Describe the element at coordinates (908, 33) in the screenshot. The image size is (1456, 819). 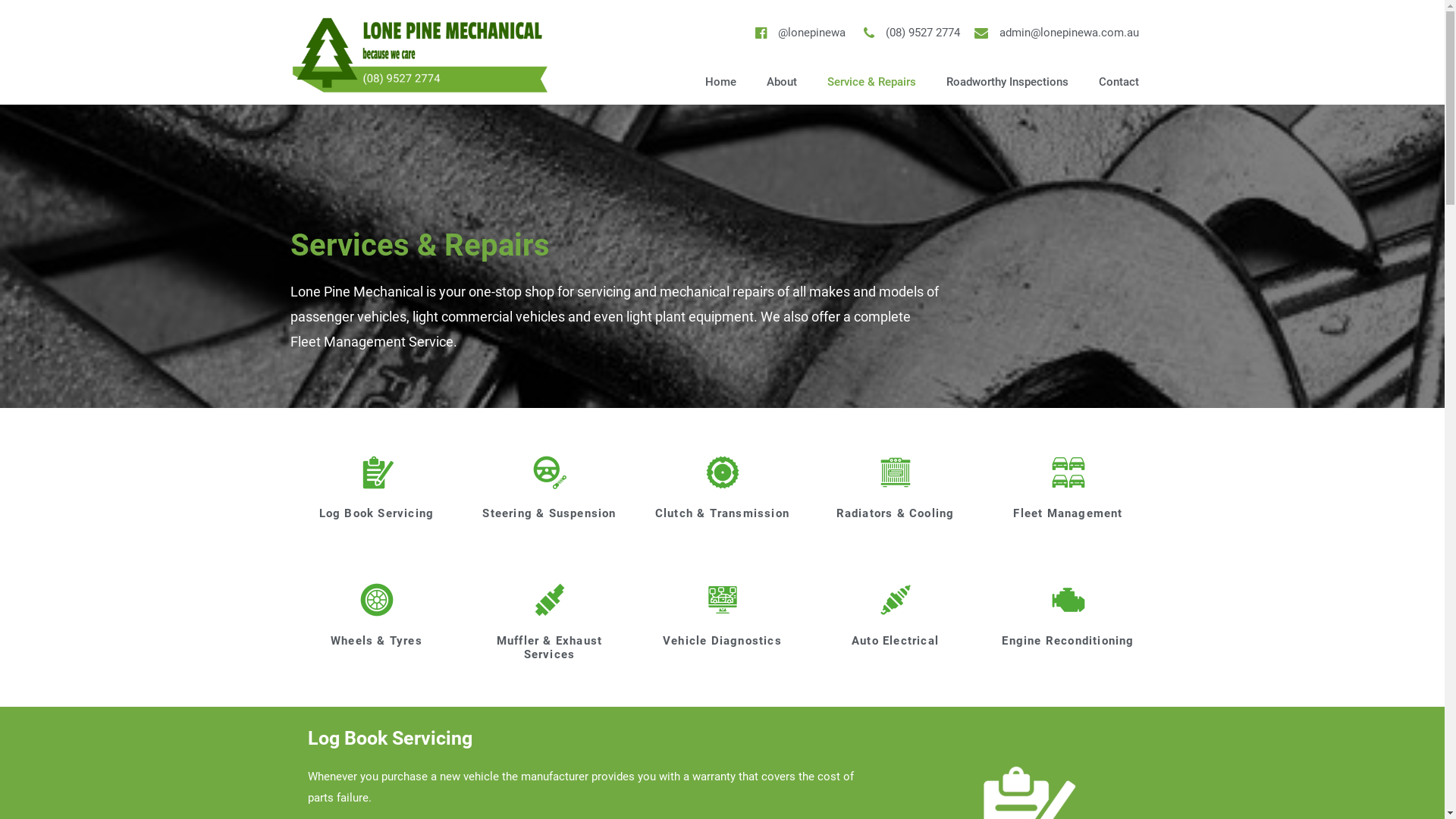
I see `'(08) 9527 2774'` at that location.